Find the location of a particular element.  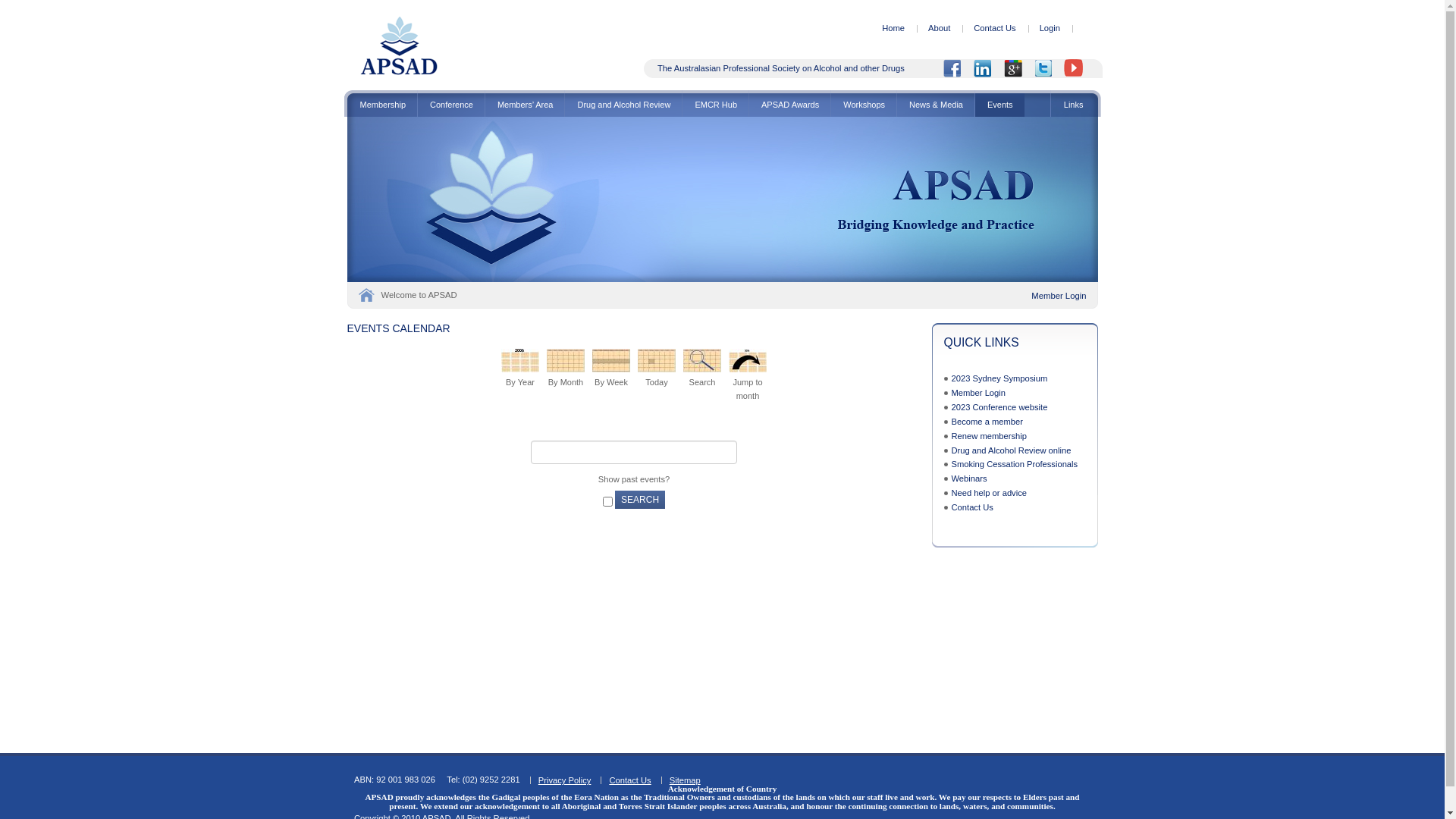

'Become a member' is located at coordinates (987, 421).